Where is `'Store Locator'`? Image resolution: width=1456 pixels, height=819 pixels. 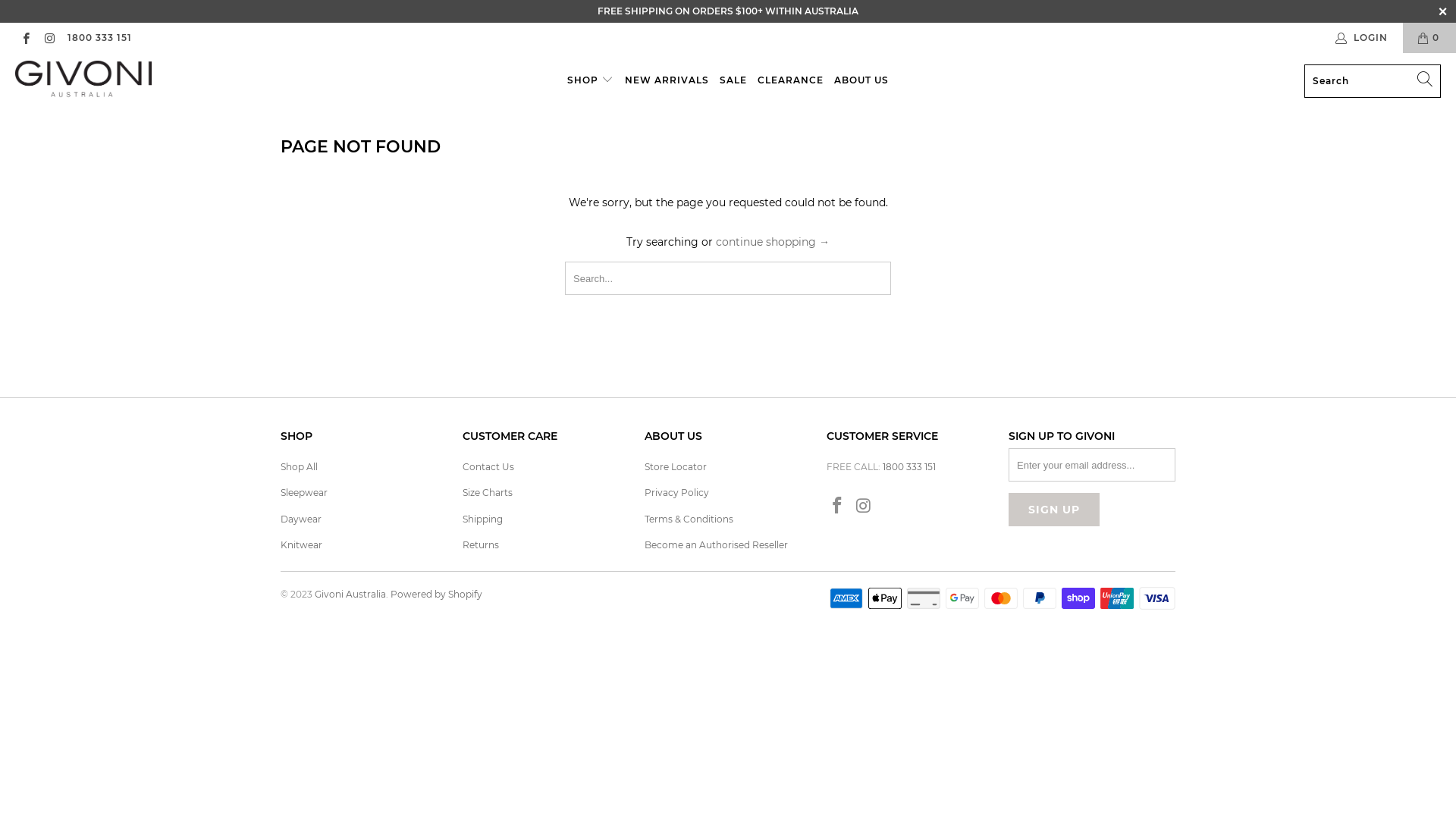
'Store Locator' is located at coordinates (644, 466).